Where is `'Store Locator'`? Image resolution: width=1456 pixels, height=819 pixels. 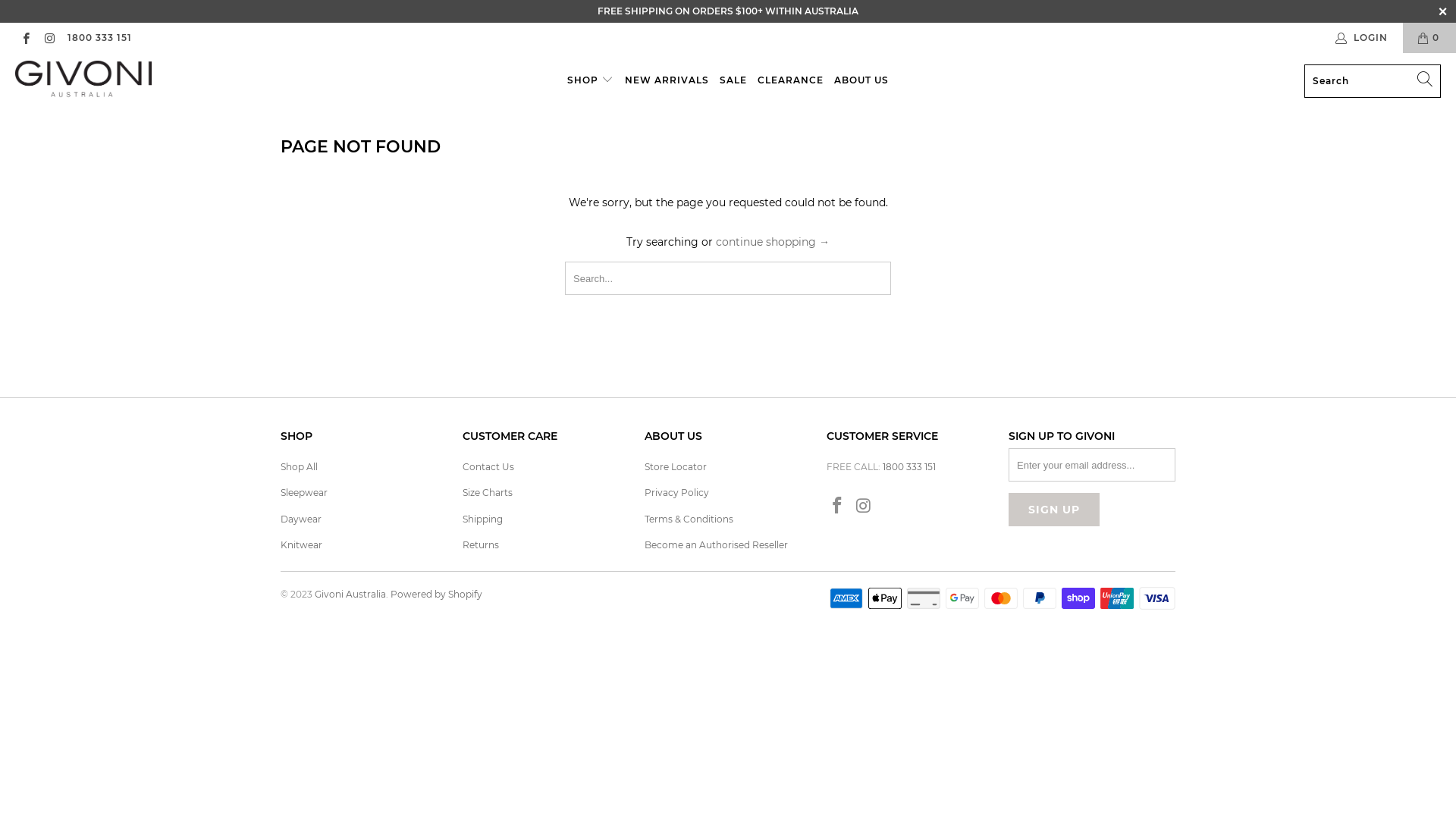
'Store Locator' is located at coordinates (644, 466).